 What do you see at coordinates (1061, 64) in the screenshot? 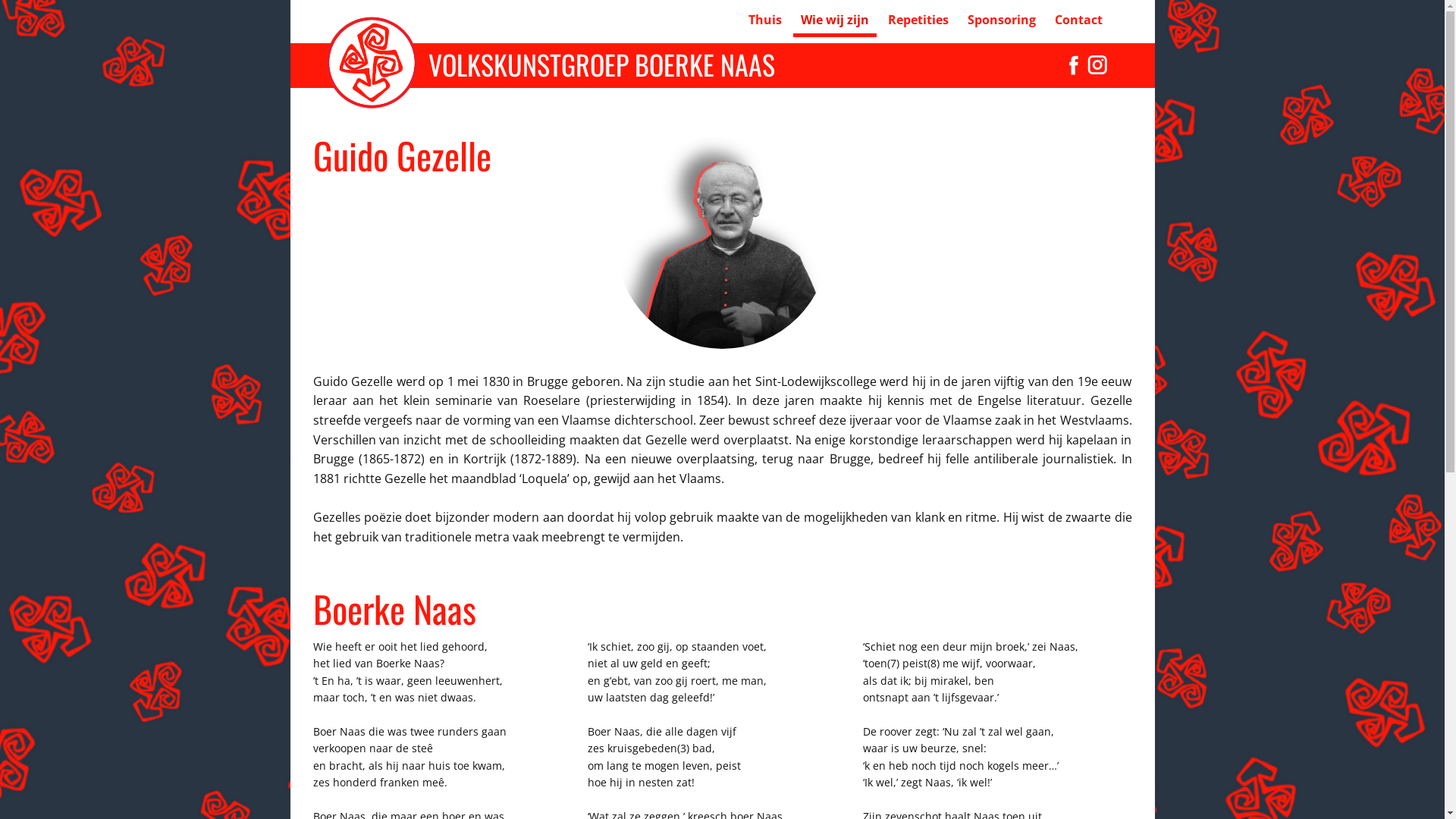
I see `'facebook'` at bounding box center [1061, 64].